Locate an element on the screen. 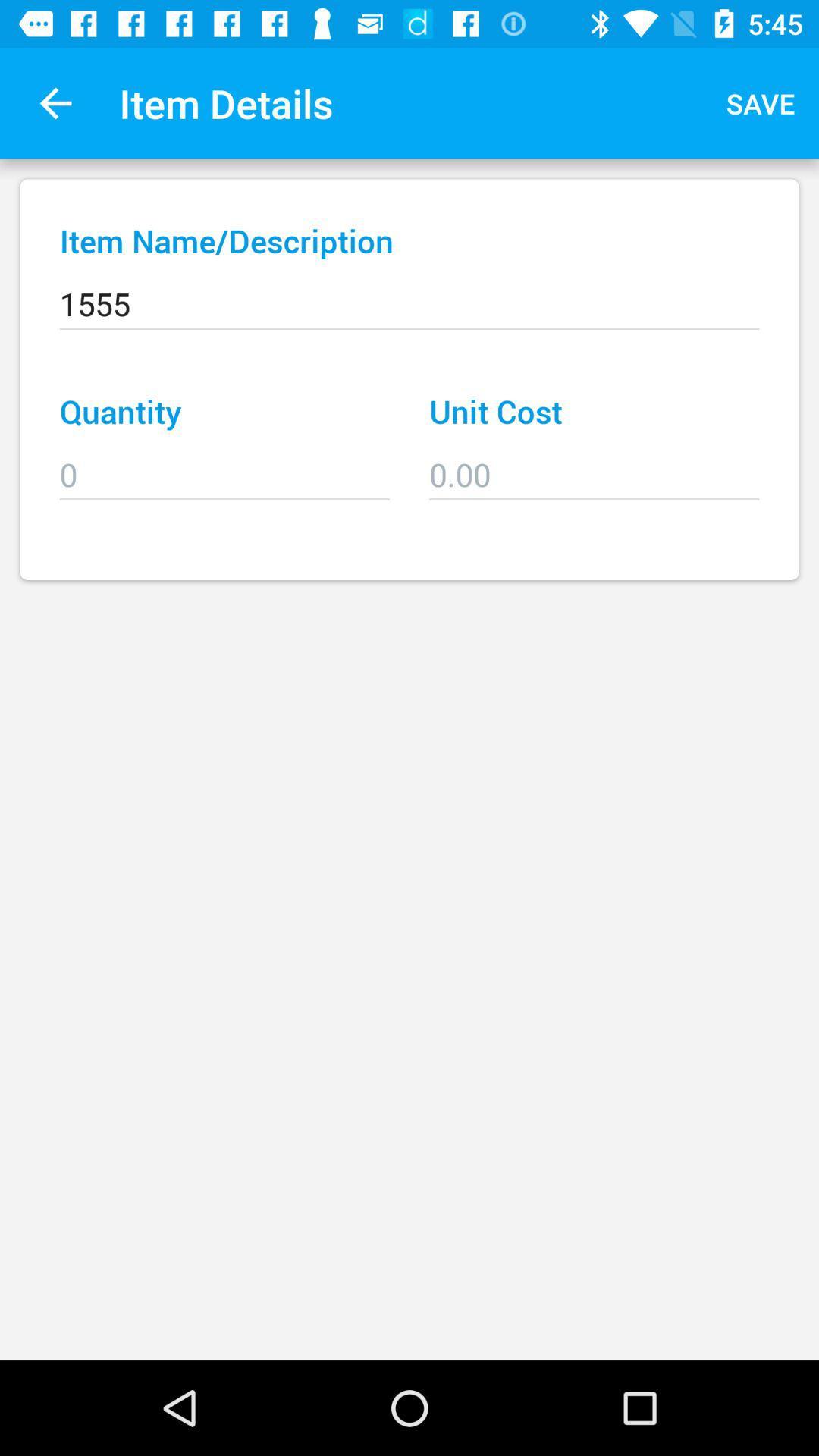 The width and height of the screenshot is (819, 1456). the icon to the left of the unit cost is located at coordinates (224, 463).